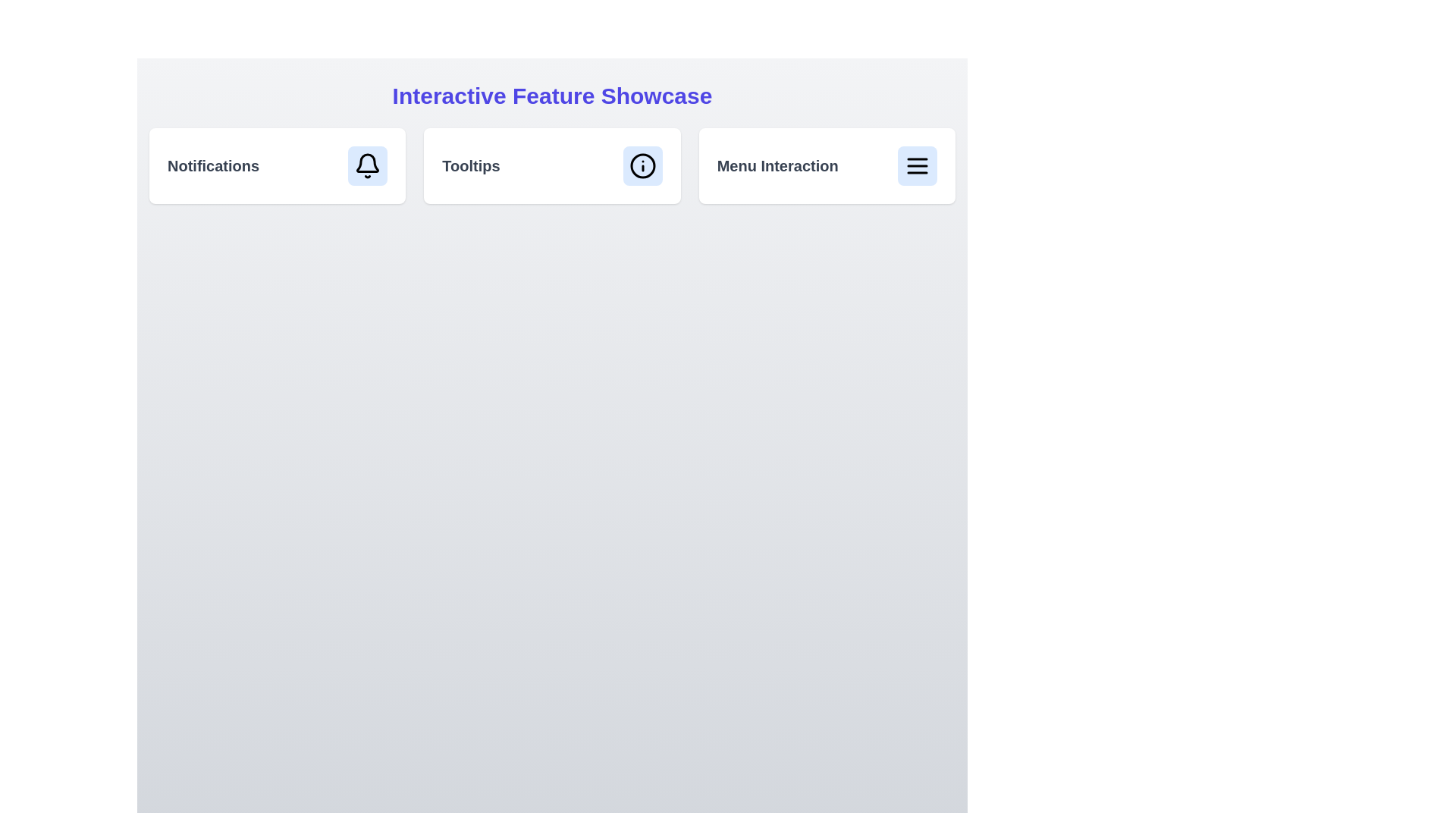 This screenshot has height=819, width=1456. Describe the element at coordinates (916, 166) in the screenshot. I see `the hamburger menu icon located in the top-right card labeled 'Menu Interaction'` at that location.